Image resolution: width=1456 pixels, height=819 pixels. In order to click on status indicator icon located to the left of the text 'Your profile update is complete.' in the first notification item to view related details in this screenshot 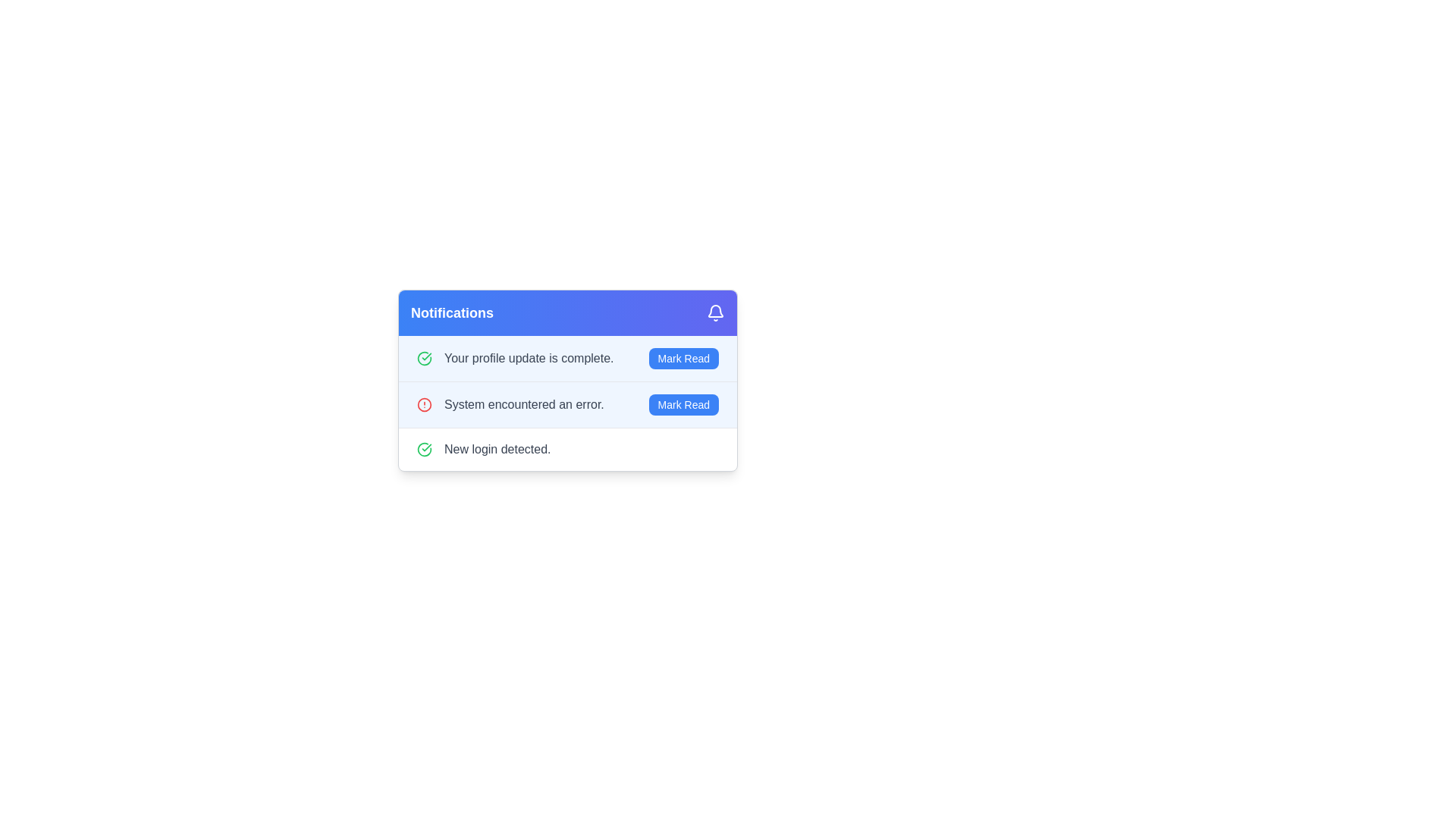, I will do `click(425, 359)`.